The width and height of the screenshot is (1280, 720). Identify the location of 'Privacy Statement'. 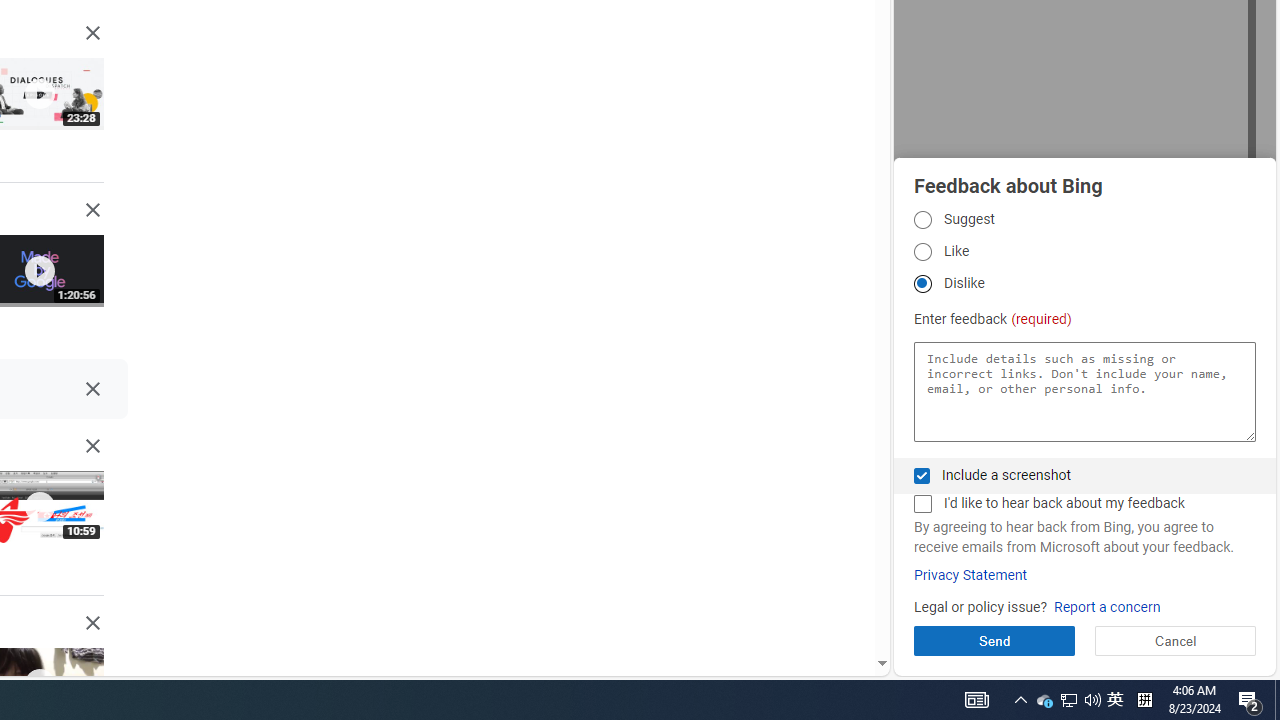
(970, 575).